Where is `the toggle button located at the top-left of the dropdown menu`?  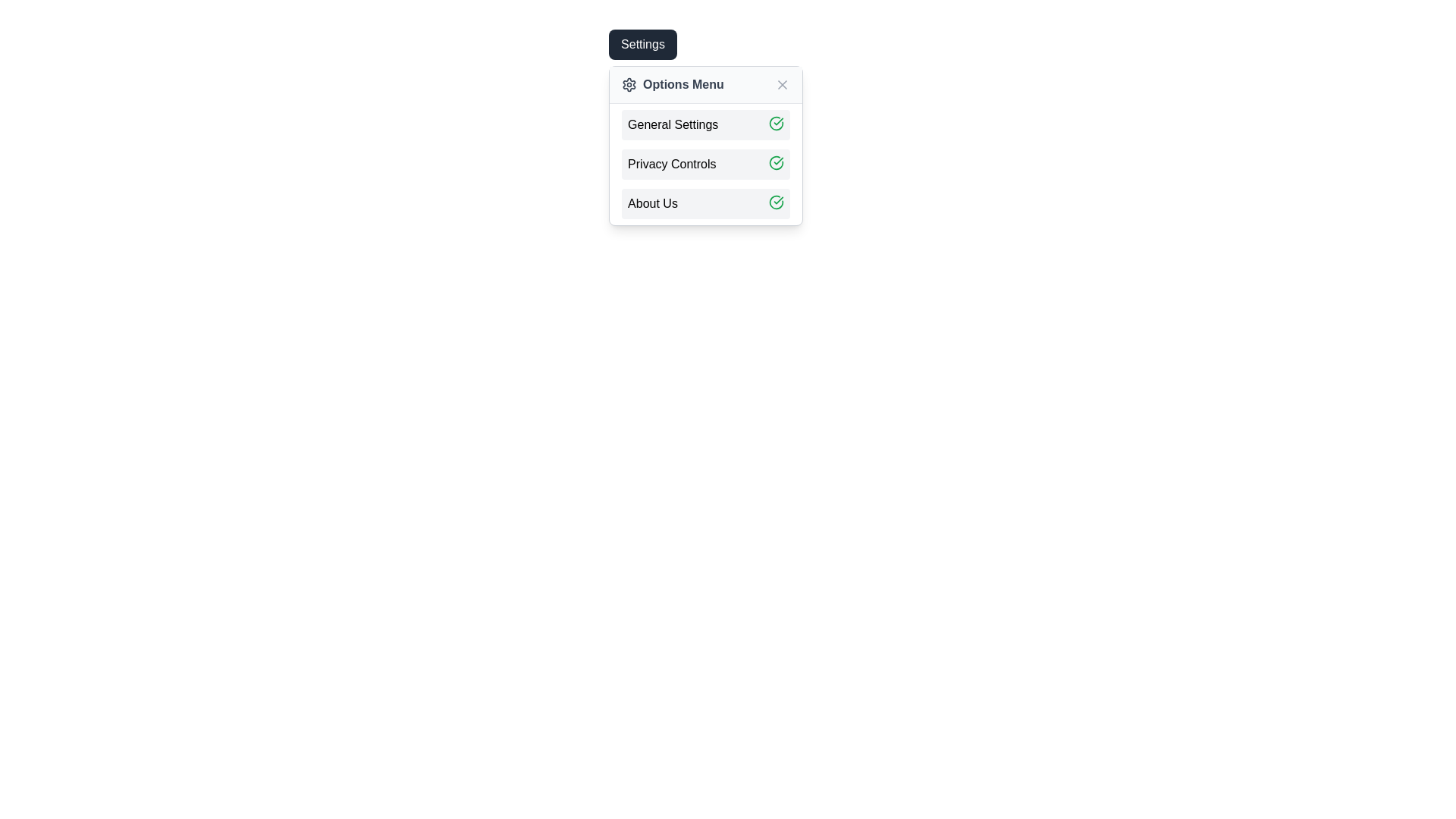
the toggle button located at the top-left of the dropdown menu is located at coordinates (643, 43).